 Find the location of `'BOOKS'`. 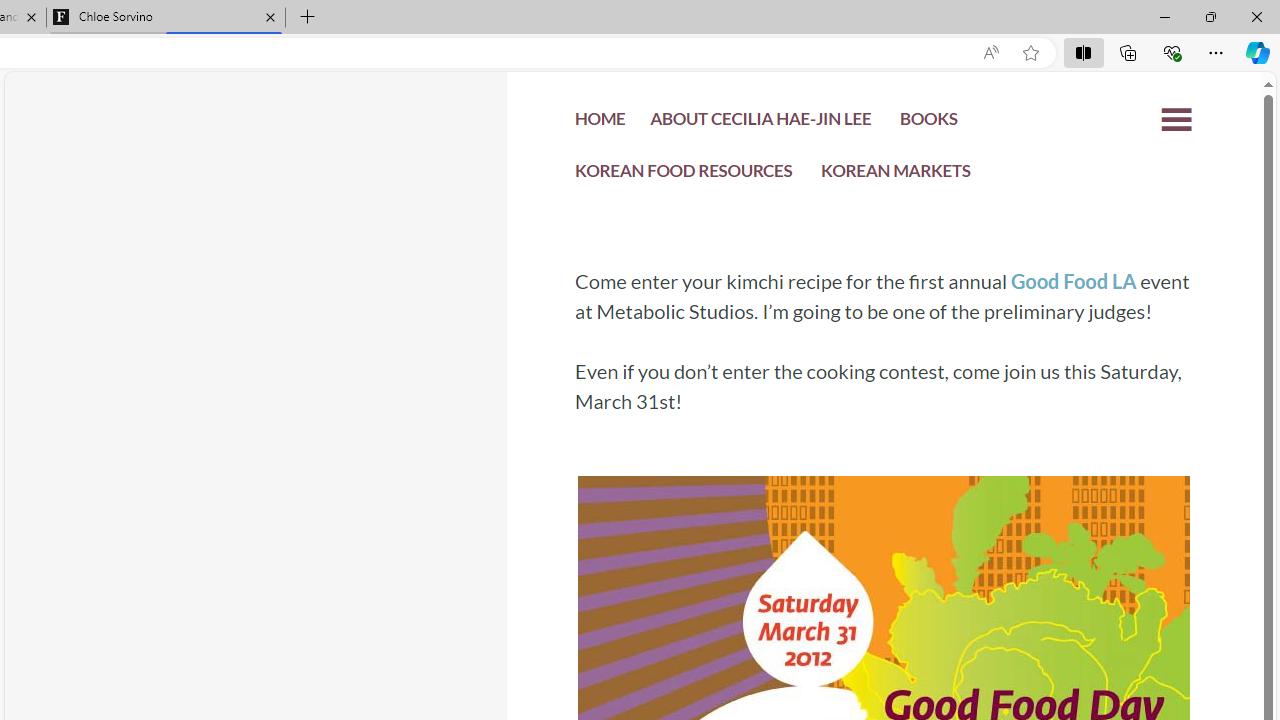

'BOOKS' is located at coordinates (927, 124).